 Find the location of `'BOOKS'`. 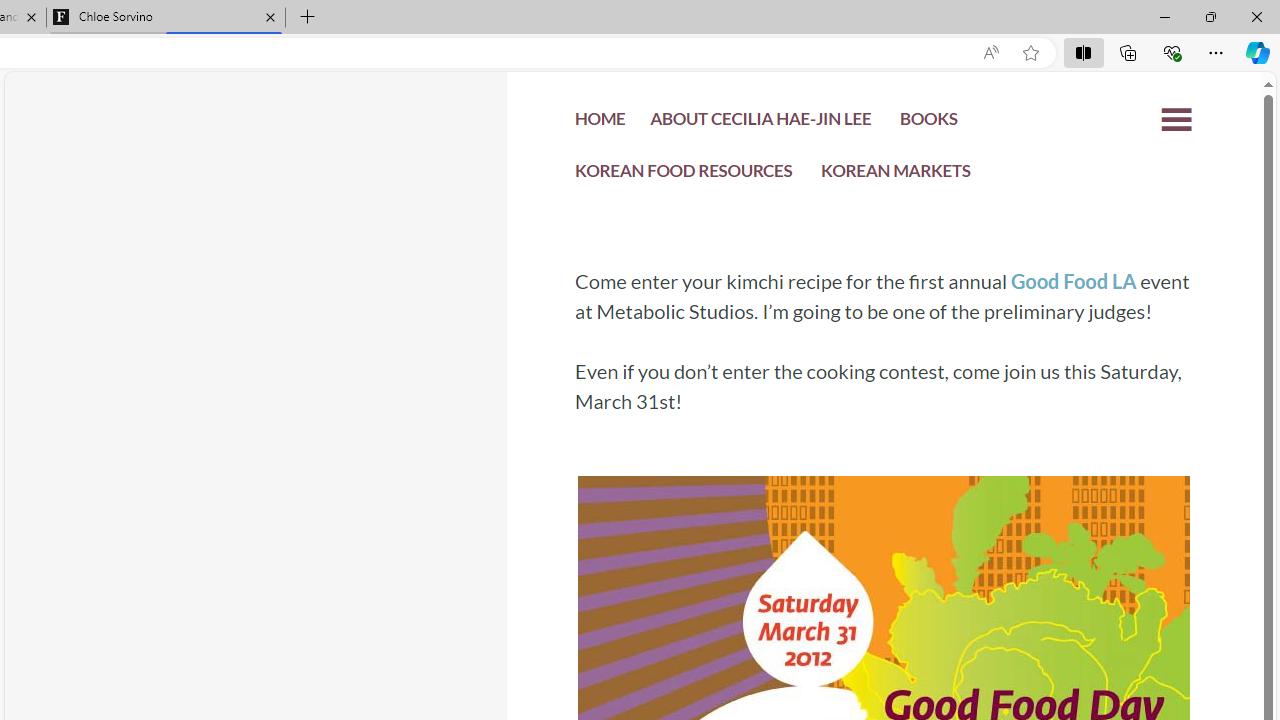

'BOOKS' is located at coordinates (927, 124).